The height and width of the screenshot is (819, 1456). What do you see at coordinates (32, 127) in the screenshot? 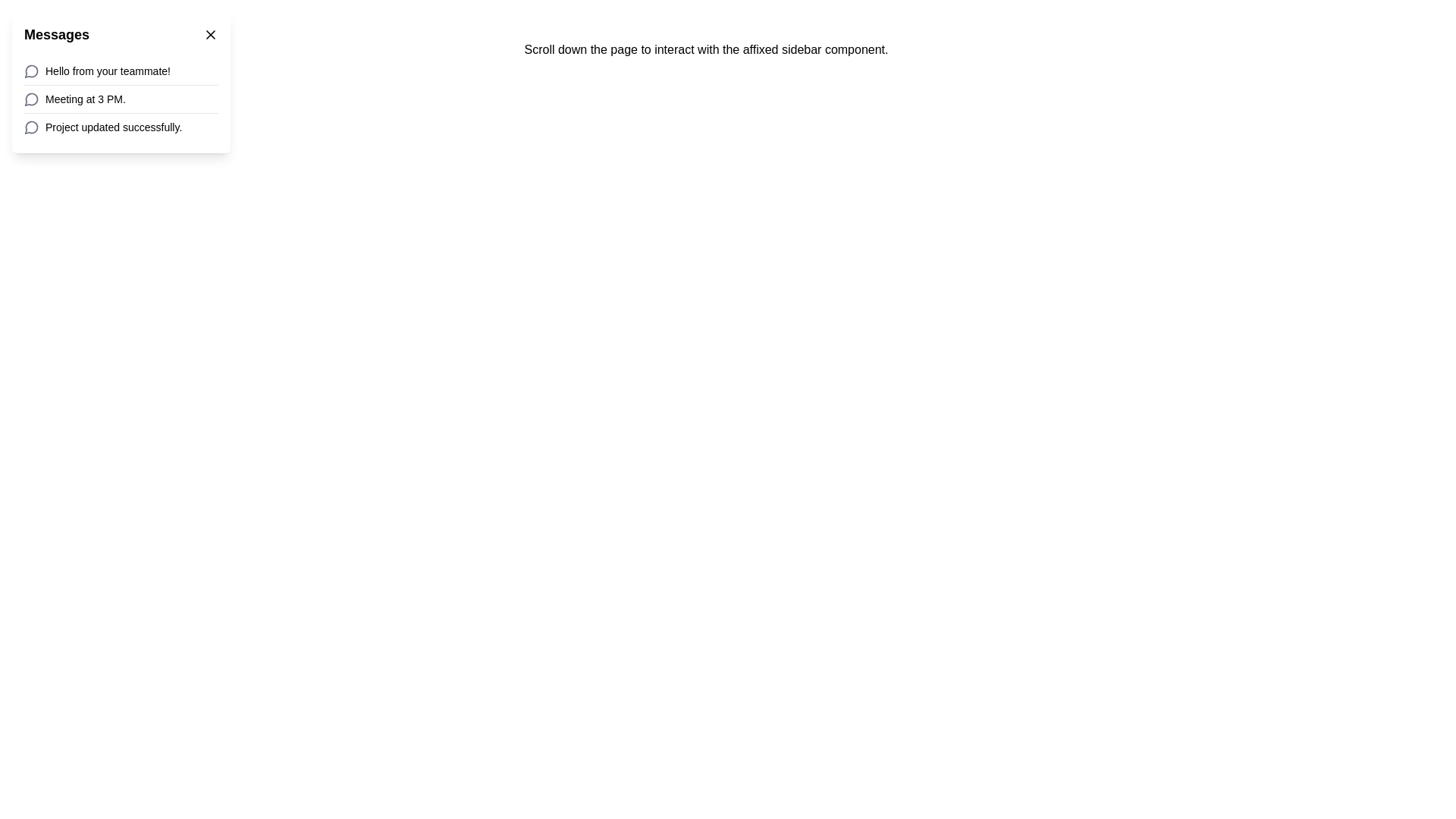
I see `the decorative icon positioned to the left of the notification message that reads 'Project updated successfully.'` at bounding box center [32, 127].